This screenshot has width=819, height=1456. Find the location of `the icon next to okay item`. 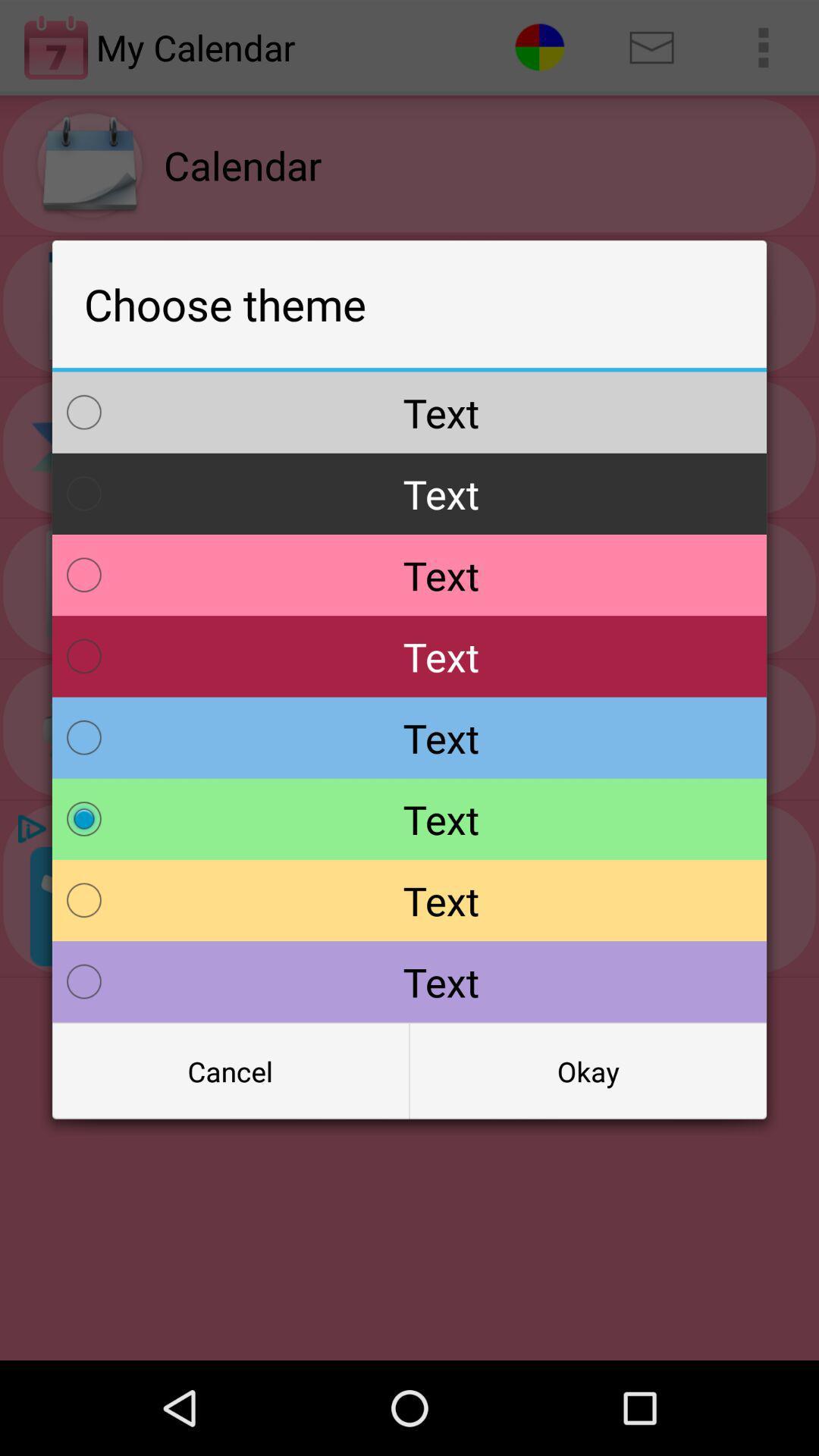

the icon next to okay item is located at coordinates (231, 1070).